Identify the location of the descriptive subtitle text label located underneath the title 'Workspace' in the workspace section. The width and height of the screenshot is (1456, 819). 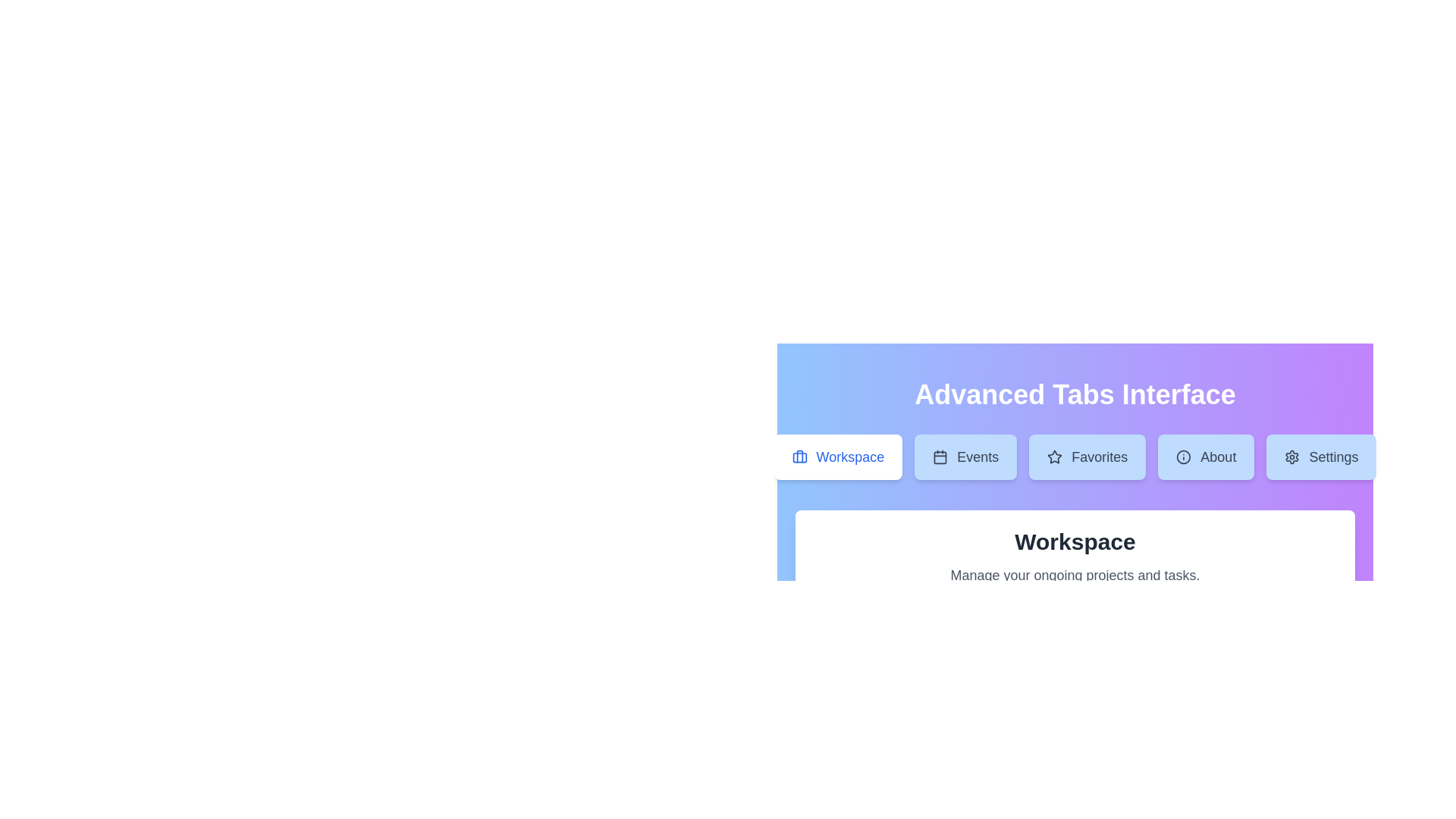
(1074, 576).